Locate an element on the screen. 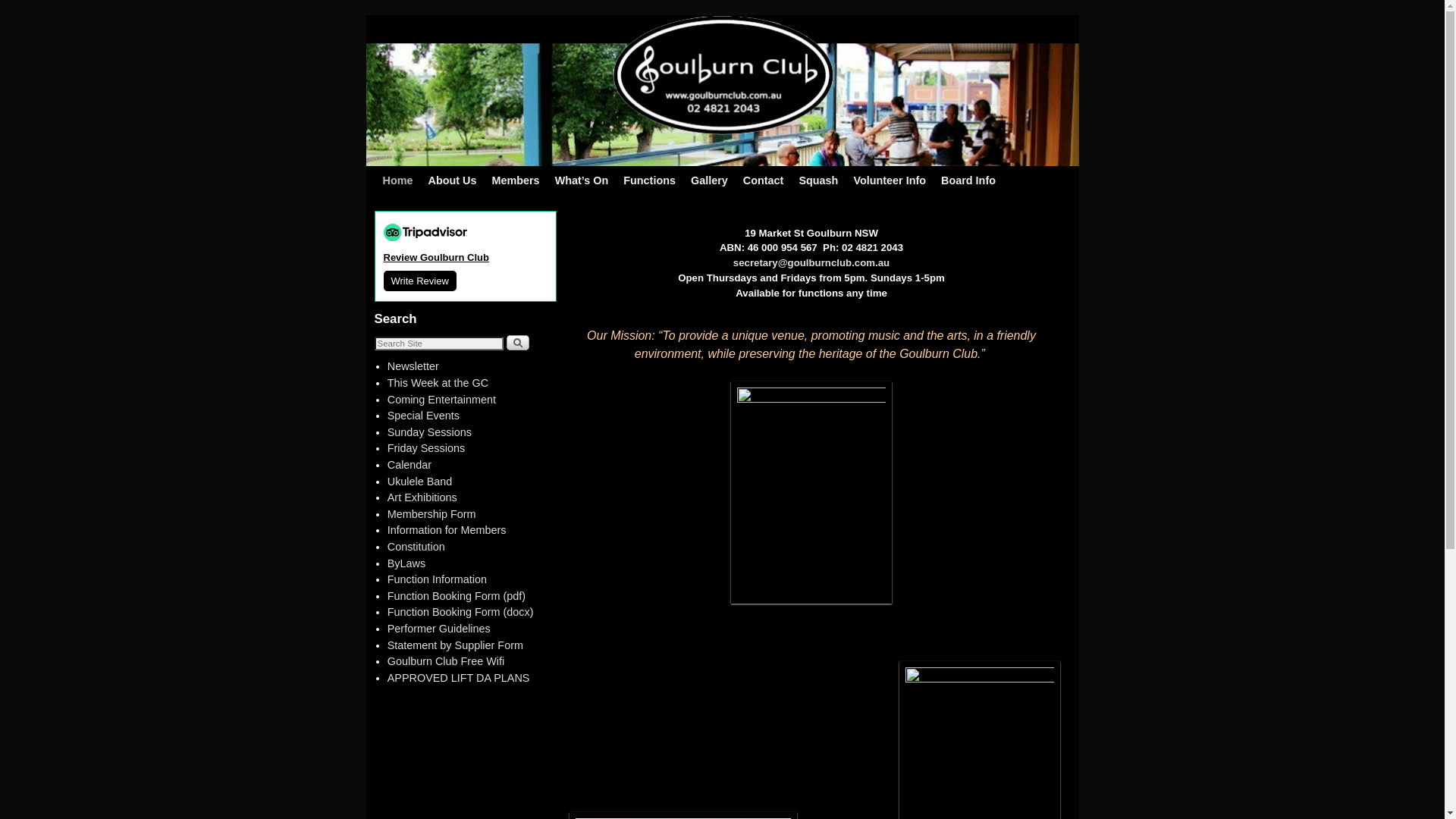 The image size is (1456, 819). 'Squash' is located at coordinates (789, 180).